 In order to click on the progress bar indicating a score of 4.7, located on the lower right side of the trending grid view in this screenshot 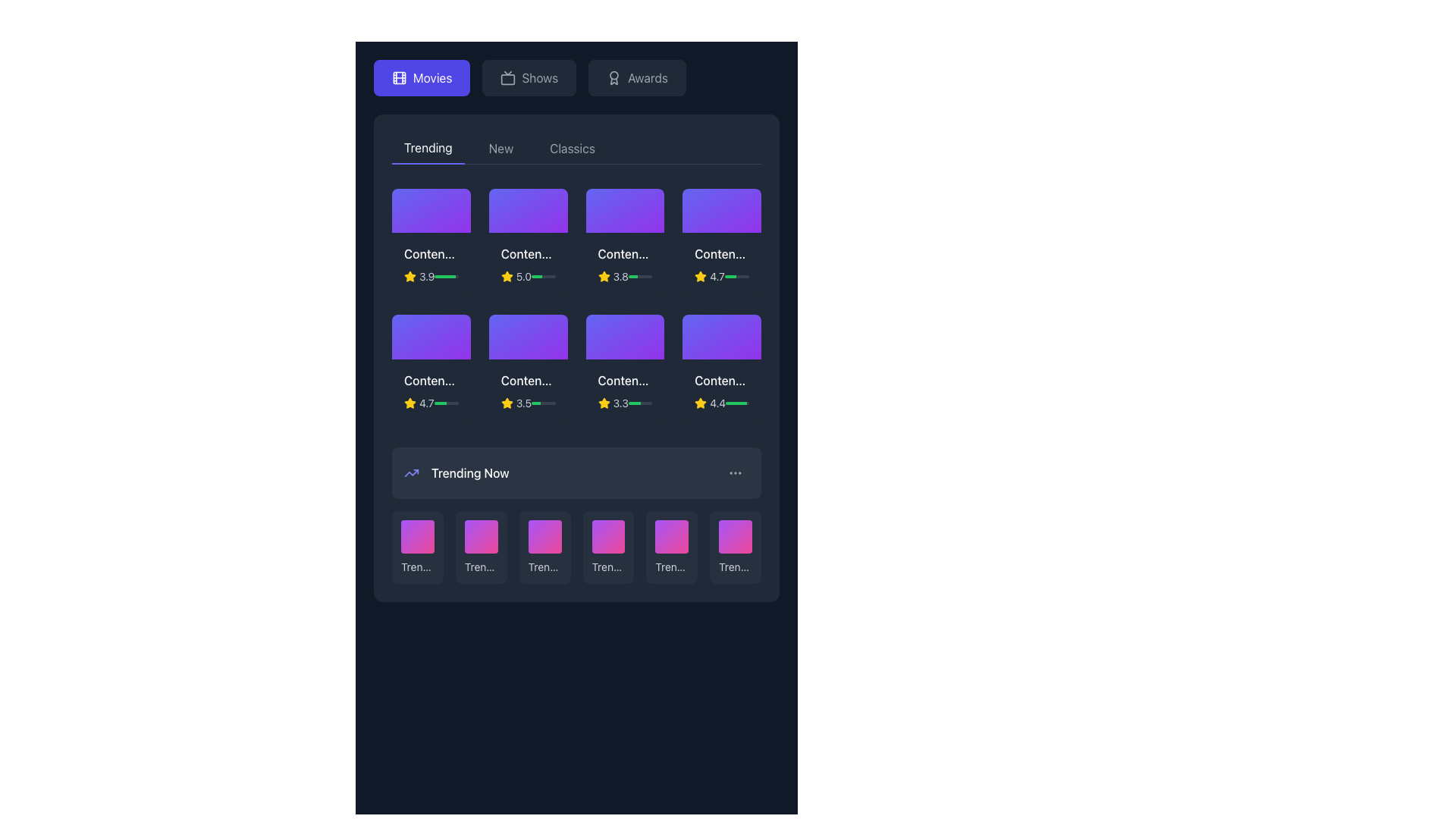, I will do `click(736, 277)`.